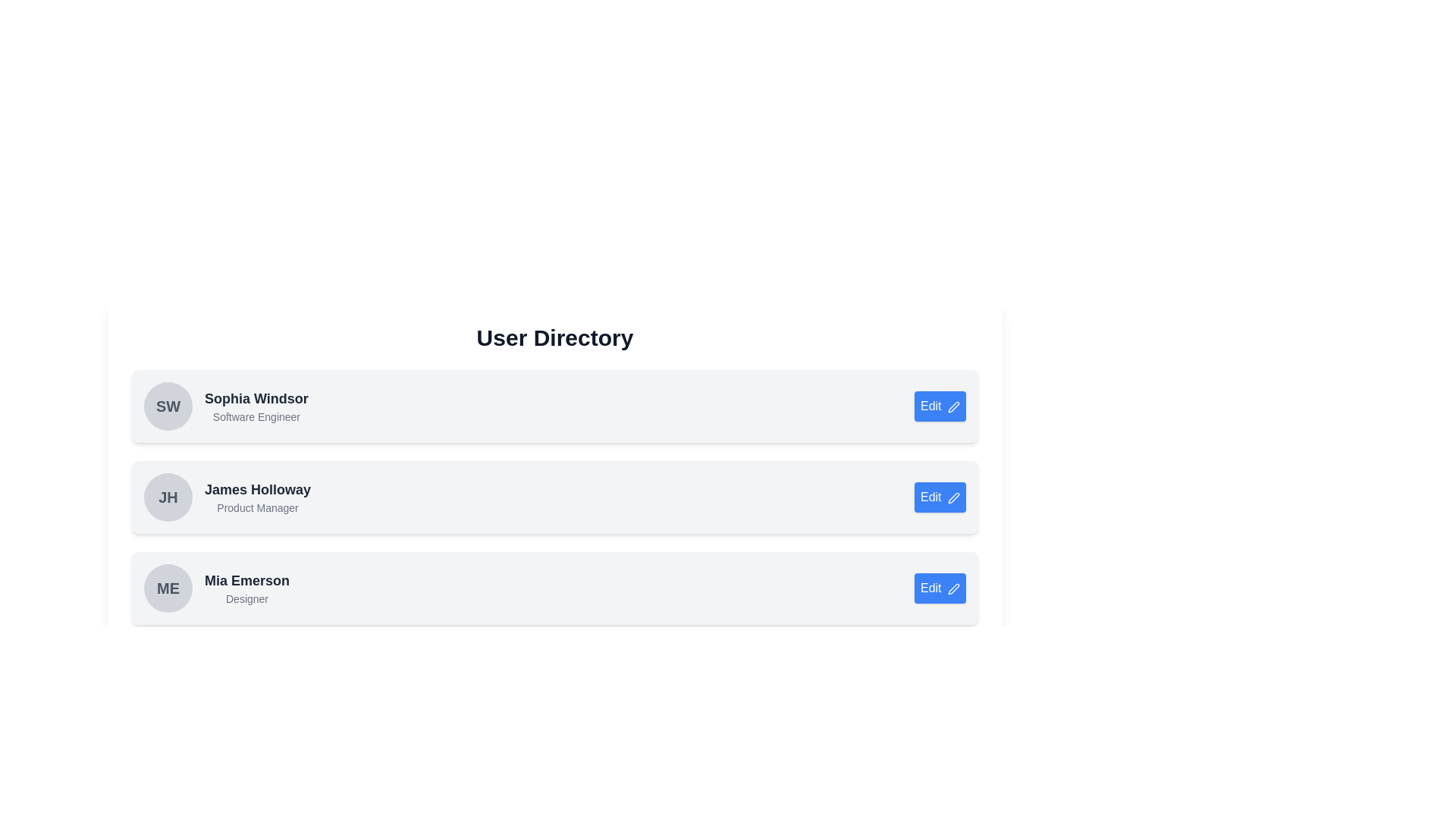  What do you see at coordinates (256, 406) in the screenshot?
I see `the text label that displays the name and job title of the individual in the first entry of the user directory, located to the right of the circular avatar with initials 'SW'` at bounding box center [256, 406].